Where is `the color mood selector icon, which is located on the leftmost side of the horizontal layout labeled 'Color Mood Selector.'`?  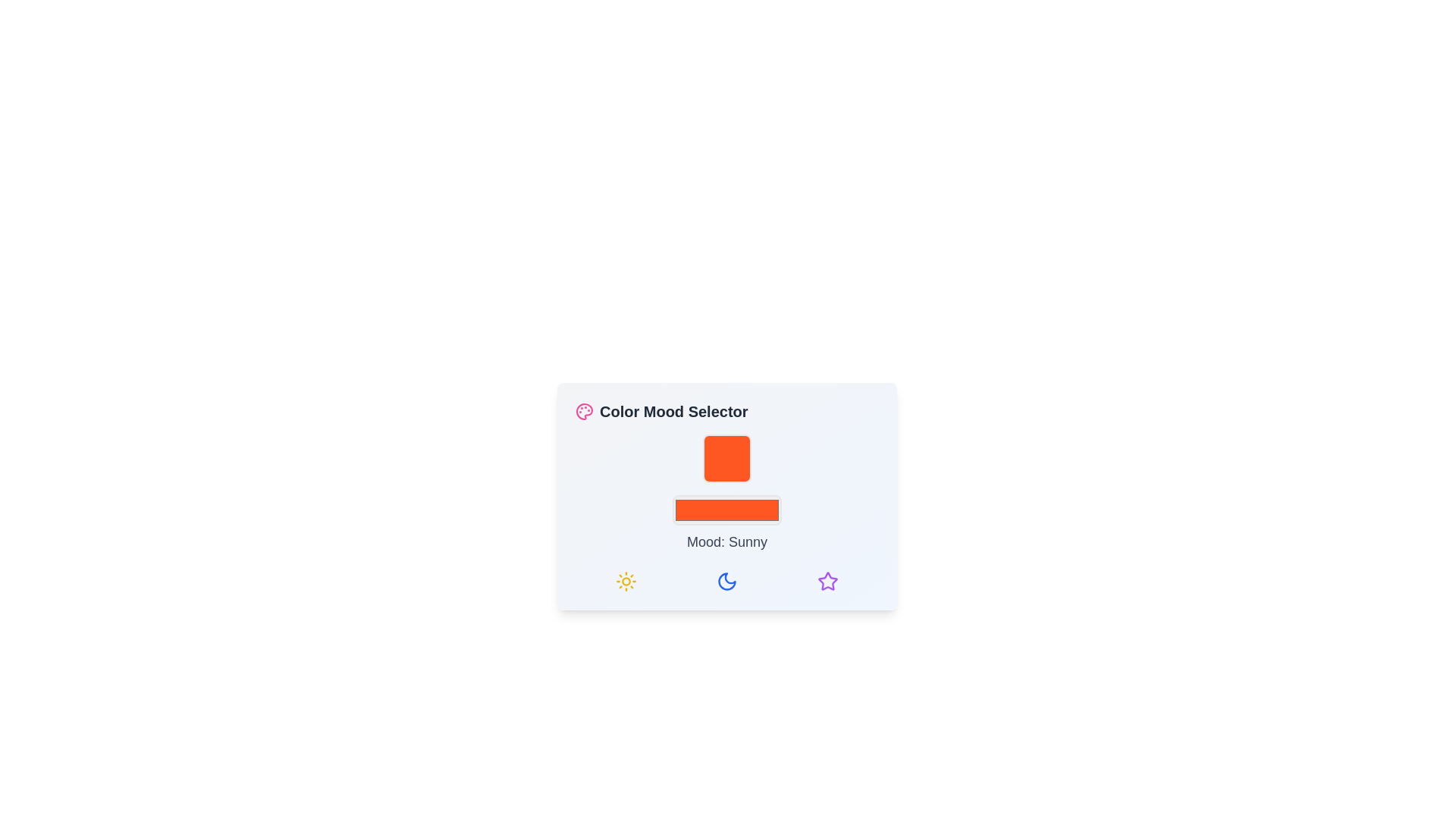 the color mood selector icon, which is located on the leftmost side of the horizontal layout labeled 'Color Mood Selector.' is located at coordinates (584, 412).